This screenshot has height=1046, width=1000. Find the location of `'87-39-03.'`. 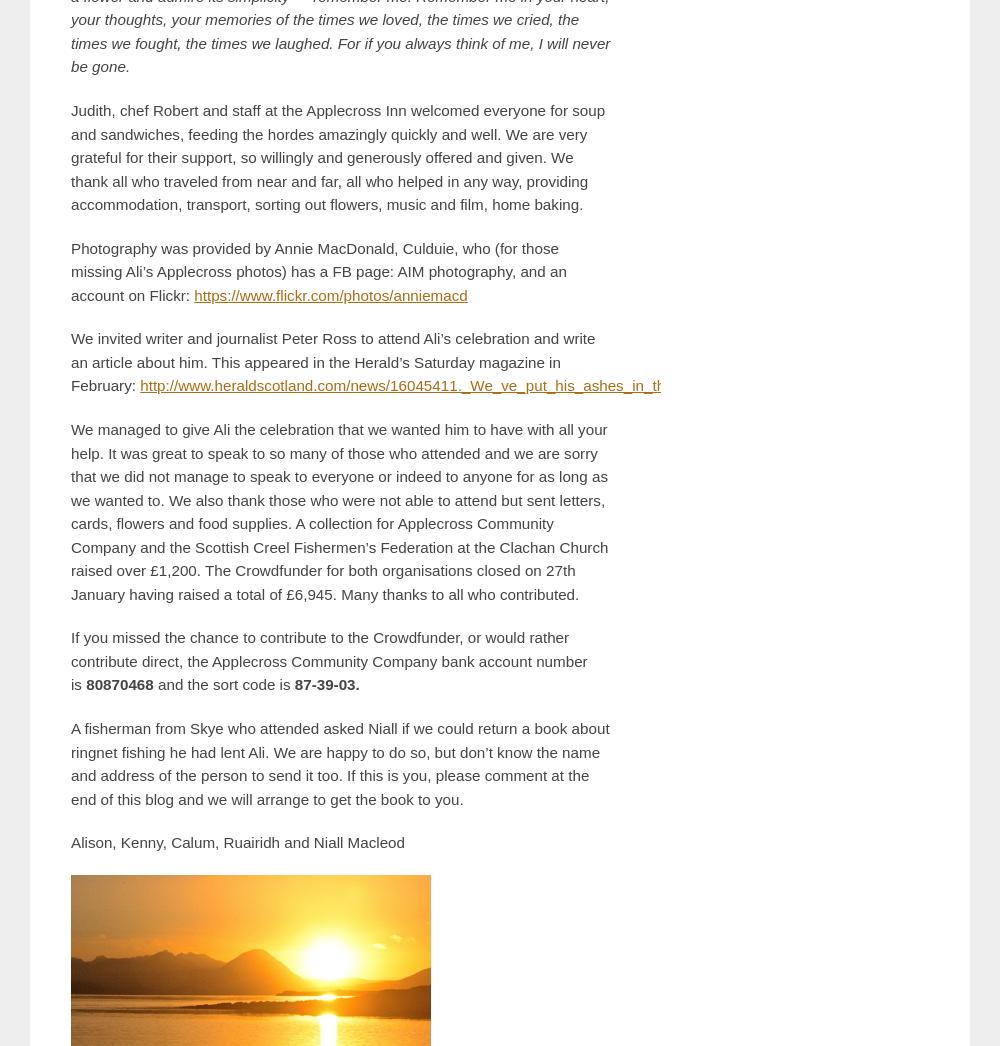

'87-39-03.' is located at coordinates (325, 684).